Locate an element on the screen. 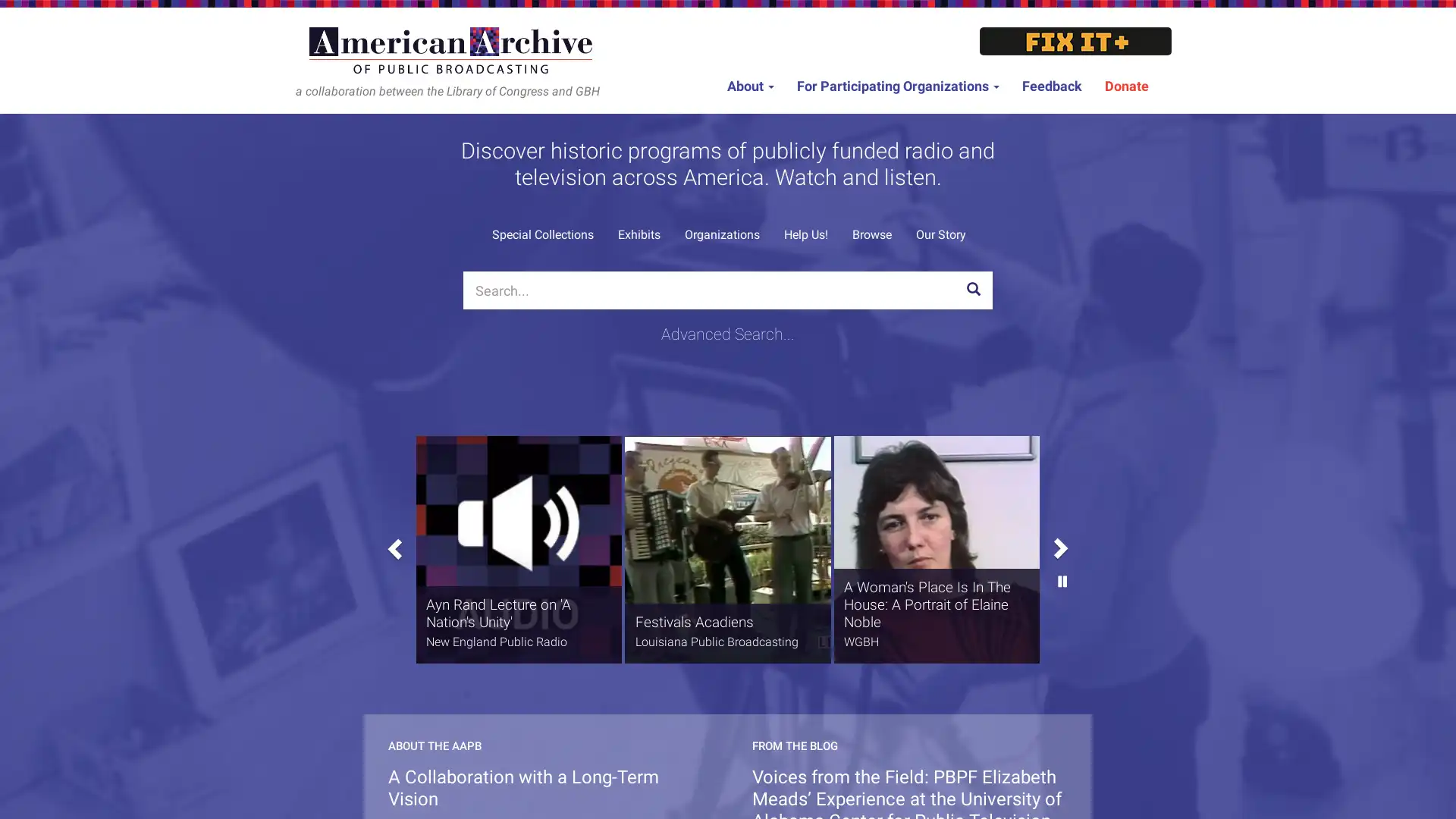  Previous is located at coordinates (393, 543).